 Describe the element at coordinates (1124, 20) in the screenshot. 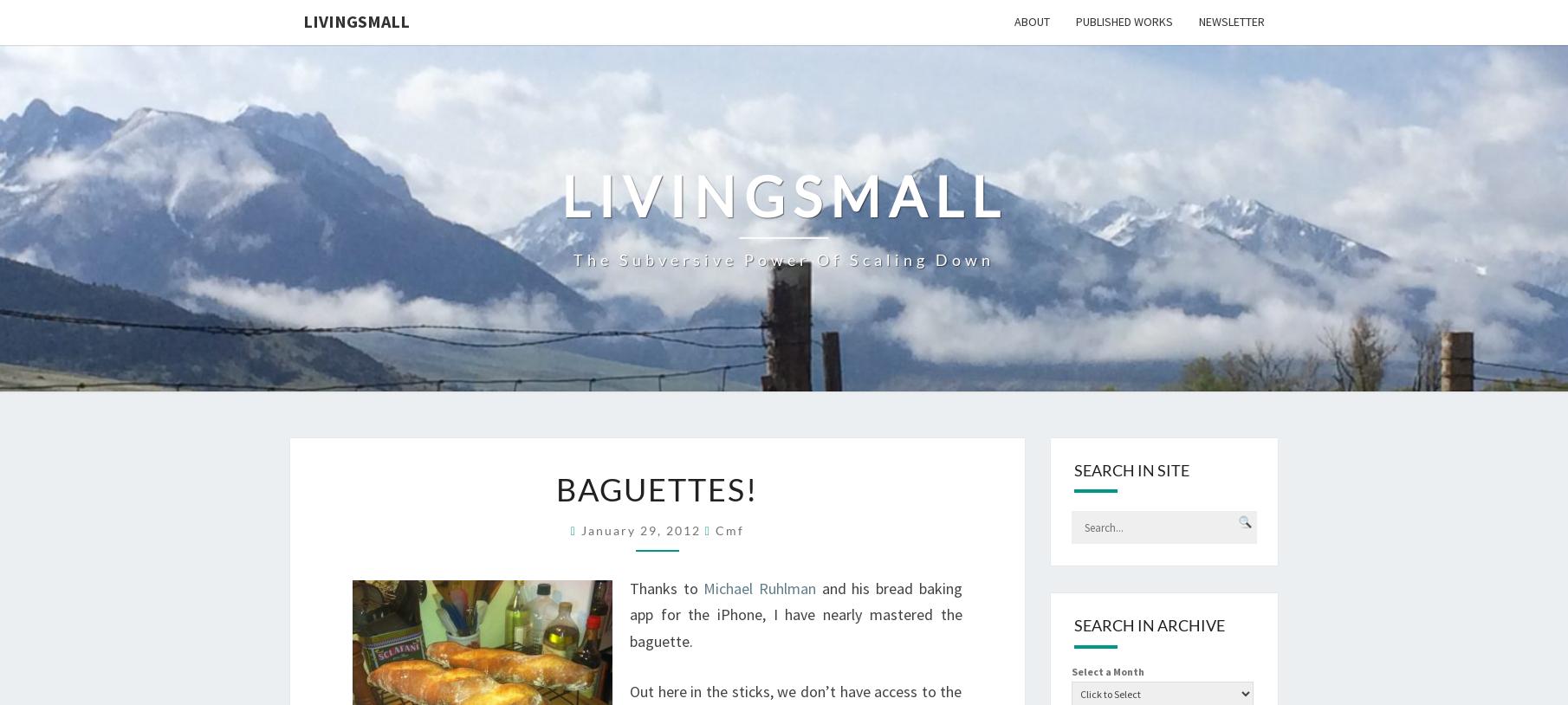

I see `'Published Works'` at that location.